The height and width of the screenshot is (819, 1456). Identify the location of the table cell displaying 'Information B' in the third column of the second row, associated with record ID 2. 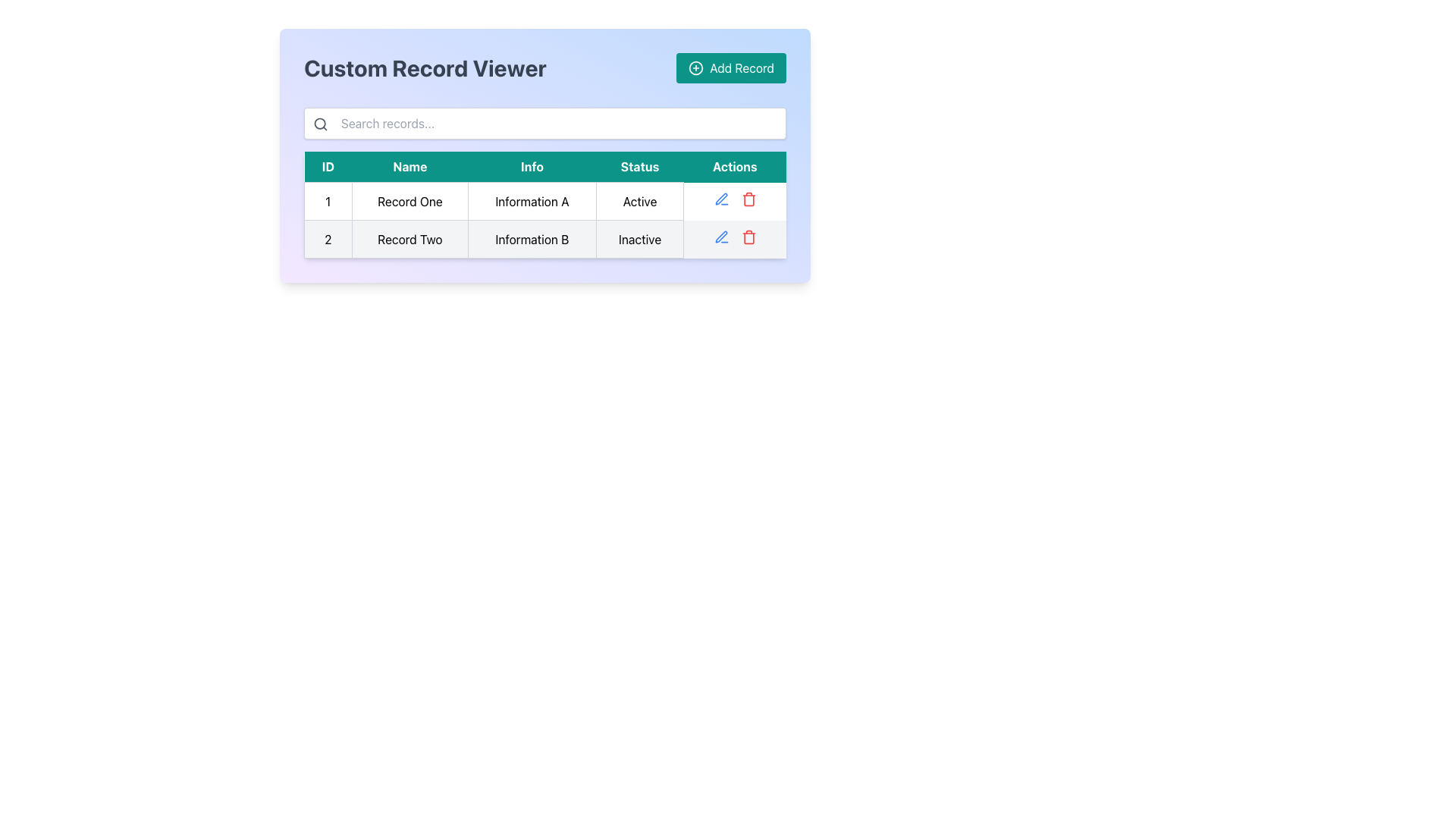
(532, 239).